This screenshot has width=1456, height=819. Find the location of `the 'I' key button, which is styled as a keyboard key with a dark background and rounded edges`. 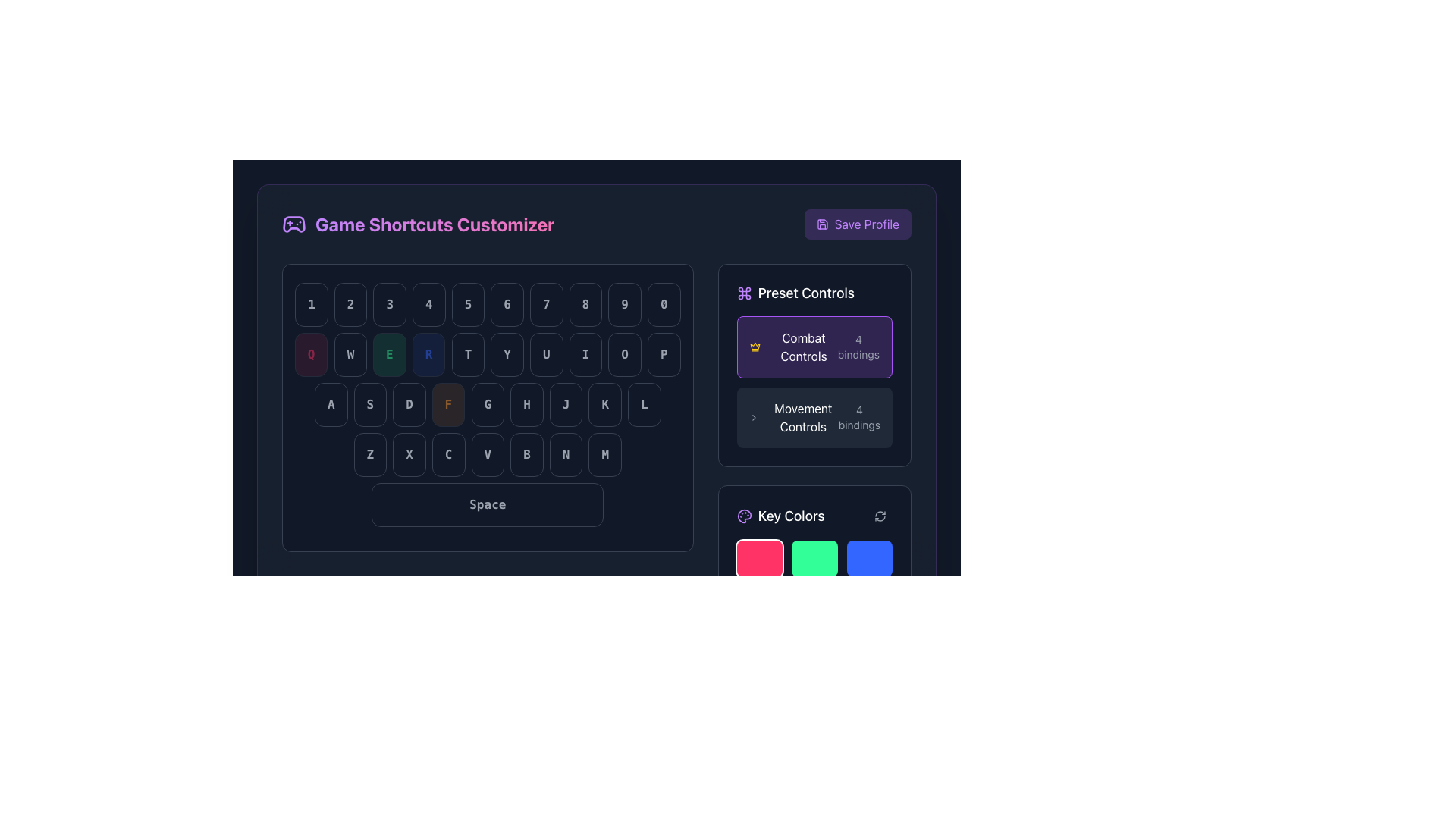

the 'I' key button, which is styled as a keyboard key with a dark background and rounded edges is located at coordinates (585, 354).